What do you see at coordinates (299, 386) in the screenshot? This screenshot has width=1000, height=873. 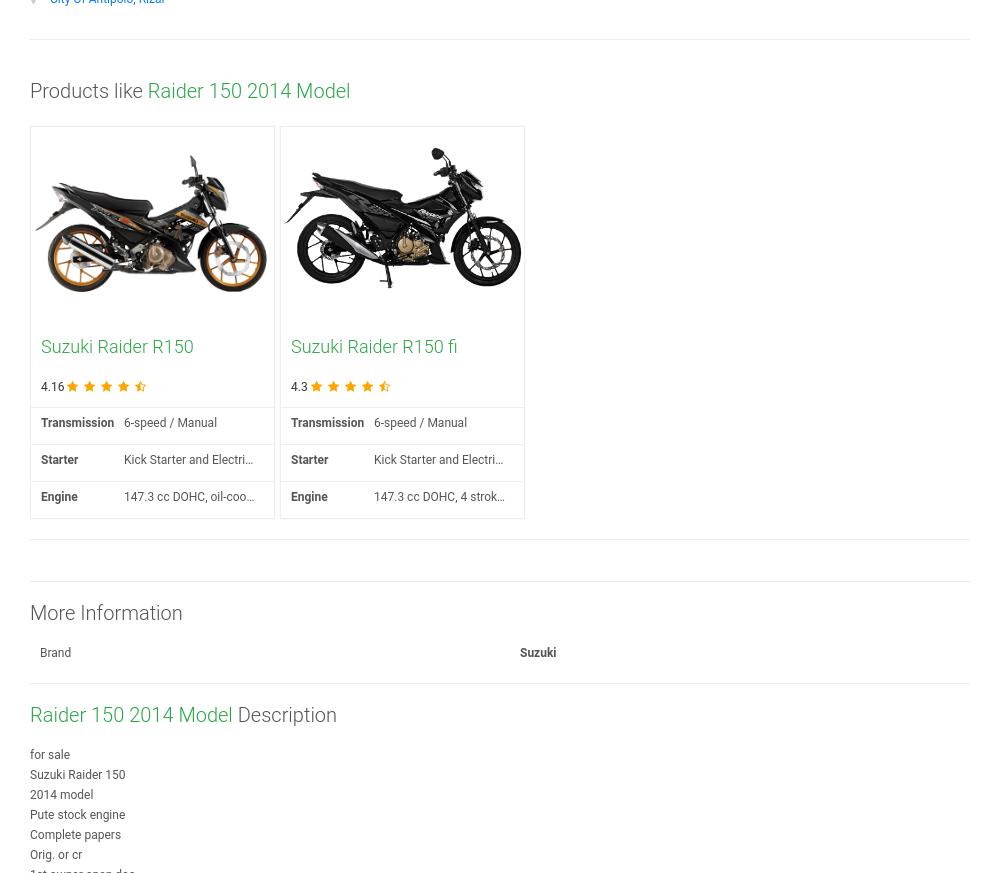 I see `'4.3'` at bounding box center [299, 386].